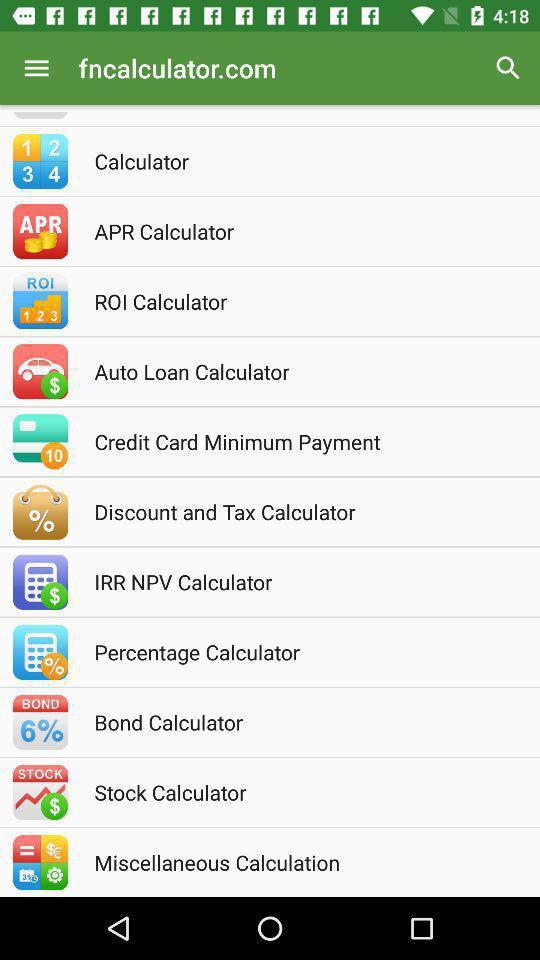 The width and height of the screenshot is (540, 960). I want to click on the auto loan calculator icon, so click(296, 370).